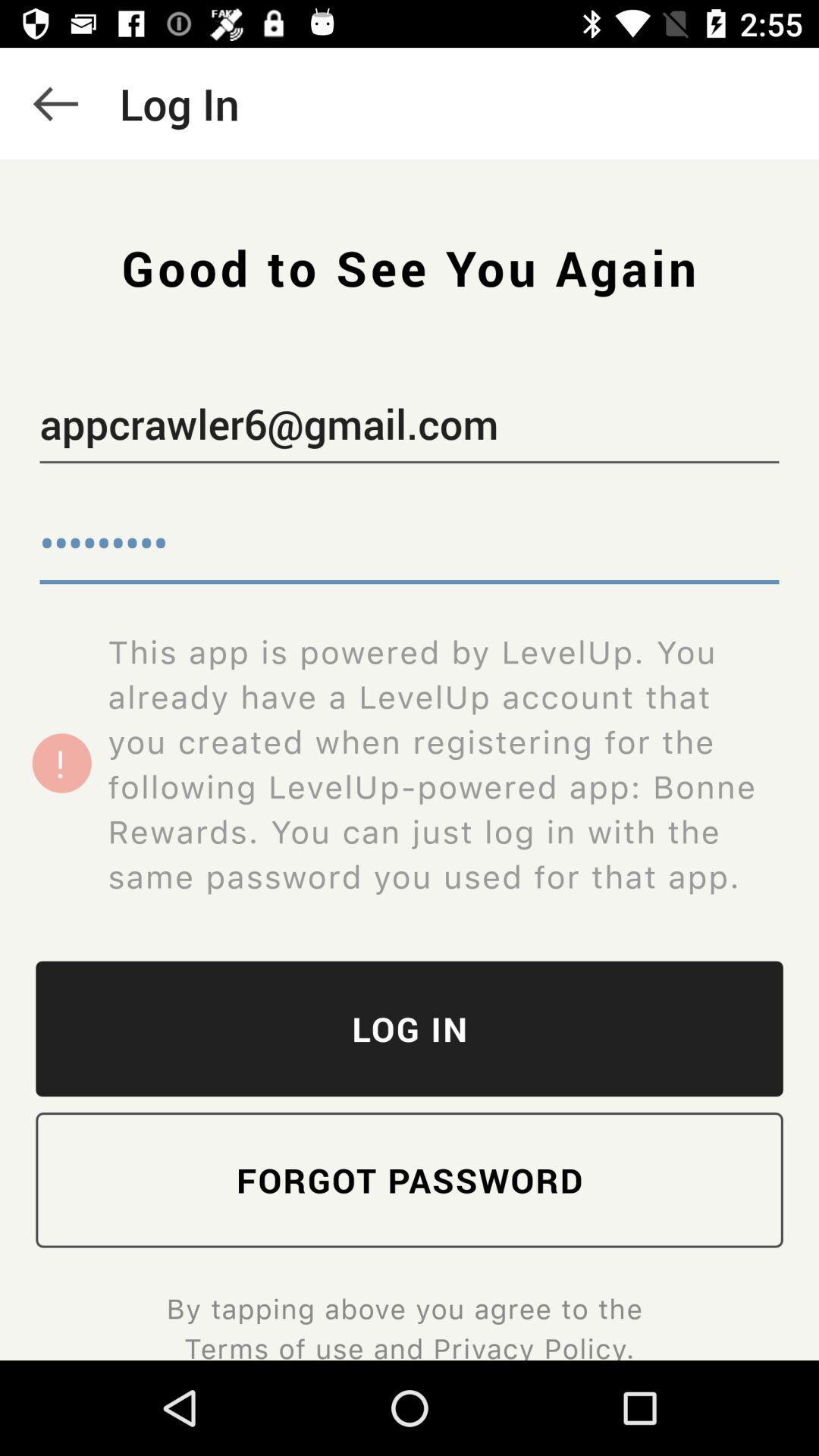 The height and width of the screenshot is (1456, 819). Describe the element at coordinates (55, 102) in the screenshot. I see `item next to the log in icon` at that location.